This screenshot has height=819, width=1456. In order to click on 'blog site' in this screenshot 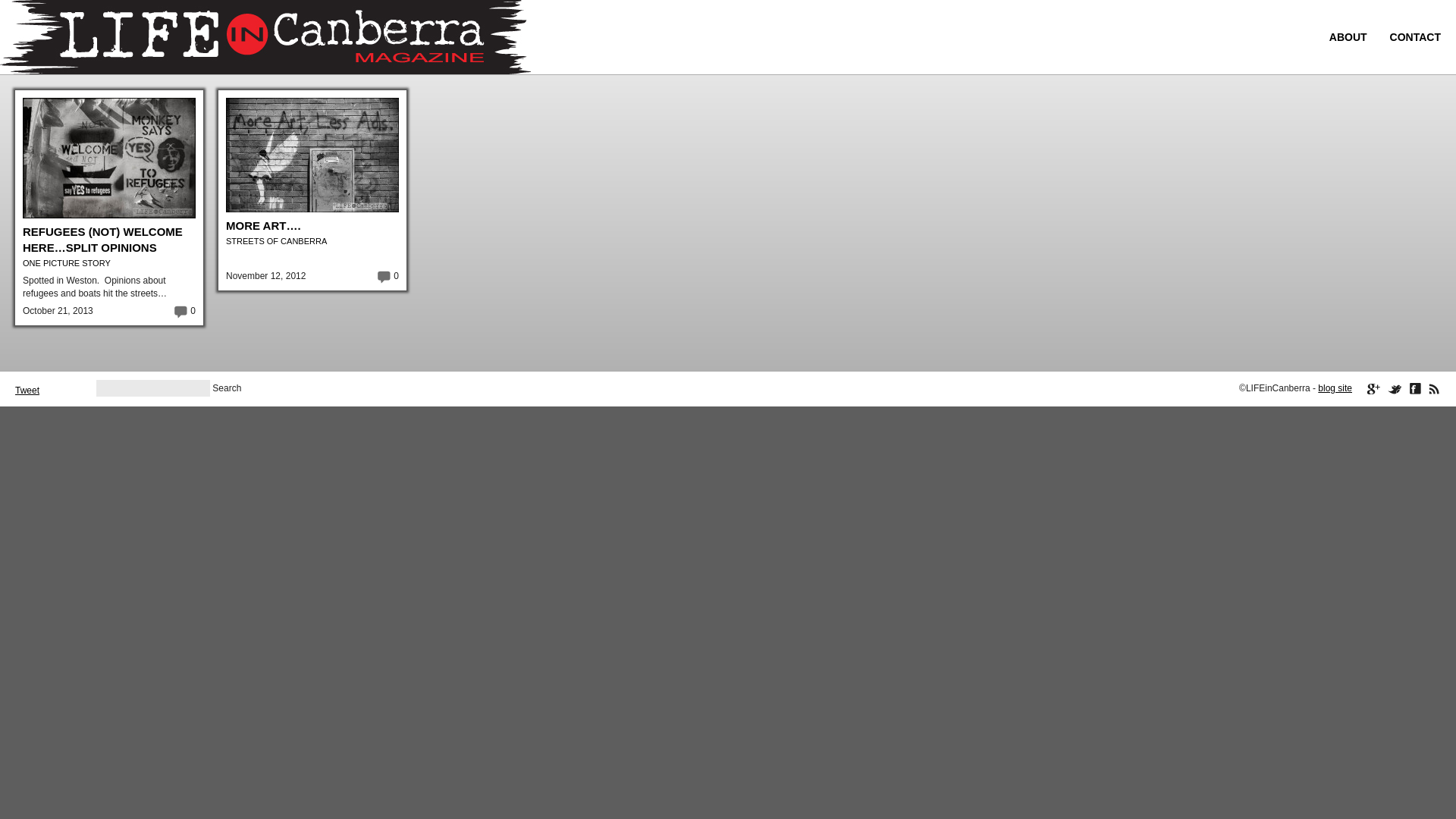, I will do `click(1335, 388)`.